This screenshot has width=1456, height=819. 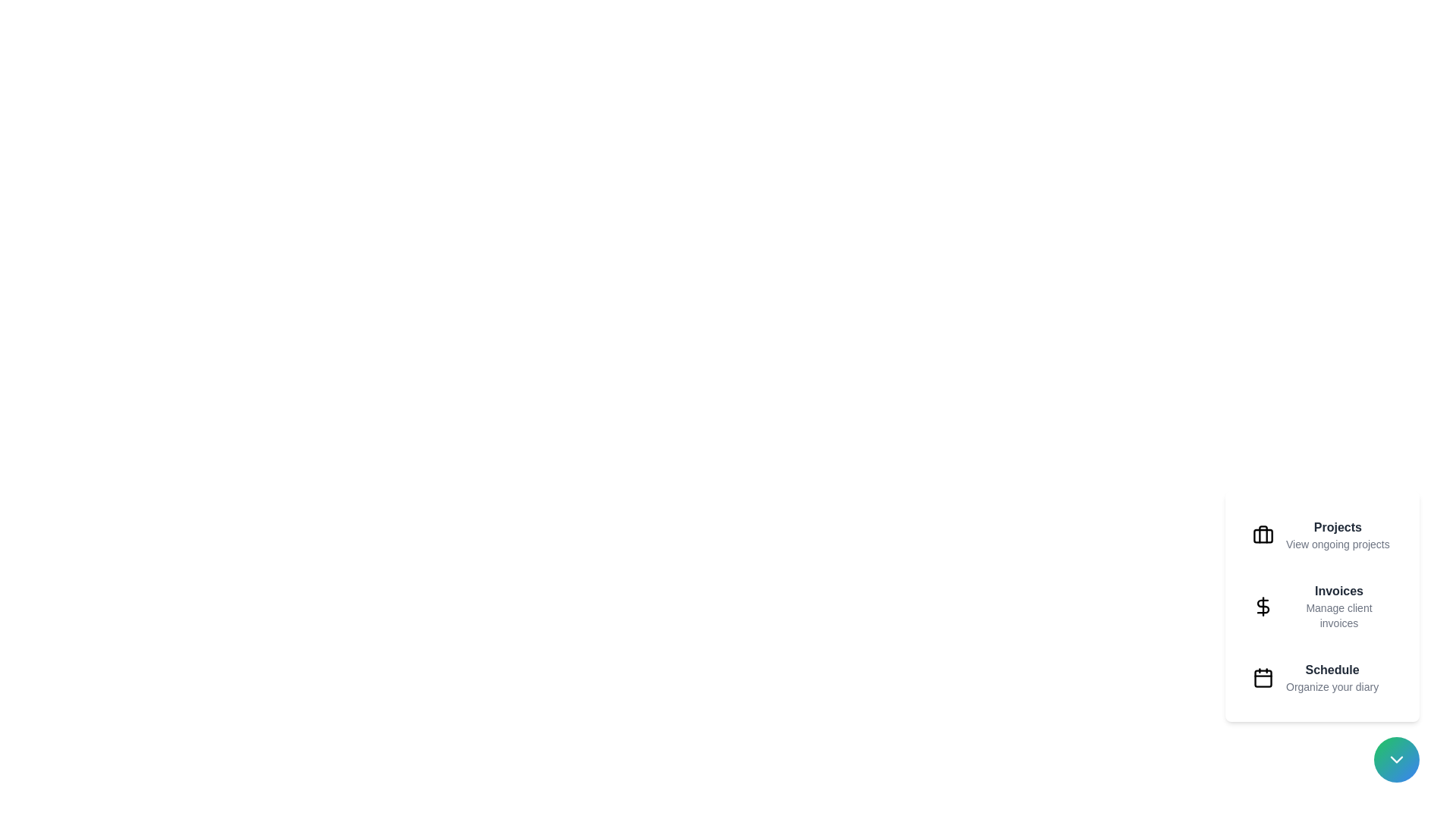 What do you see at coordinates (1396, 760) in the screenshot?
I see `the floating action button to toggle the menu's visibility` at bounding box center [1396, 760].